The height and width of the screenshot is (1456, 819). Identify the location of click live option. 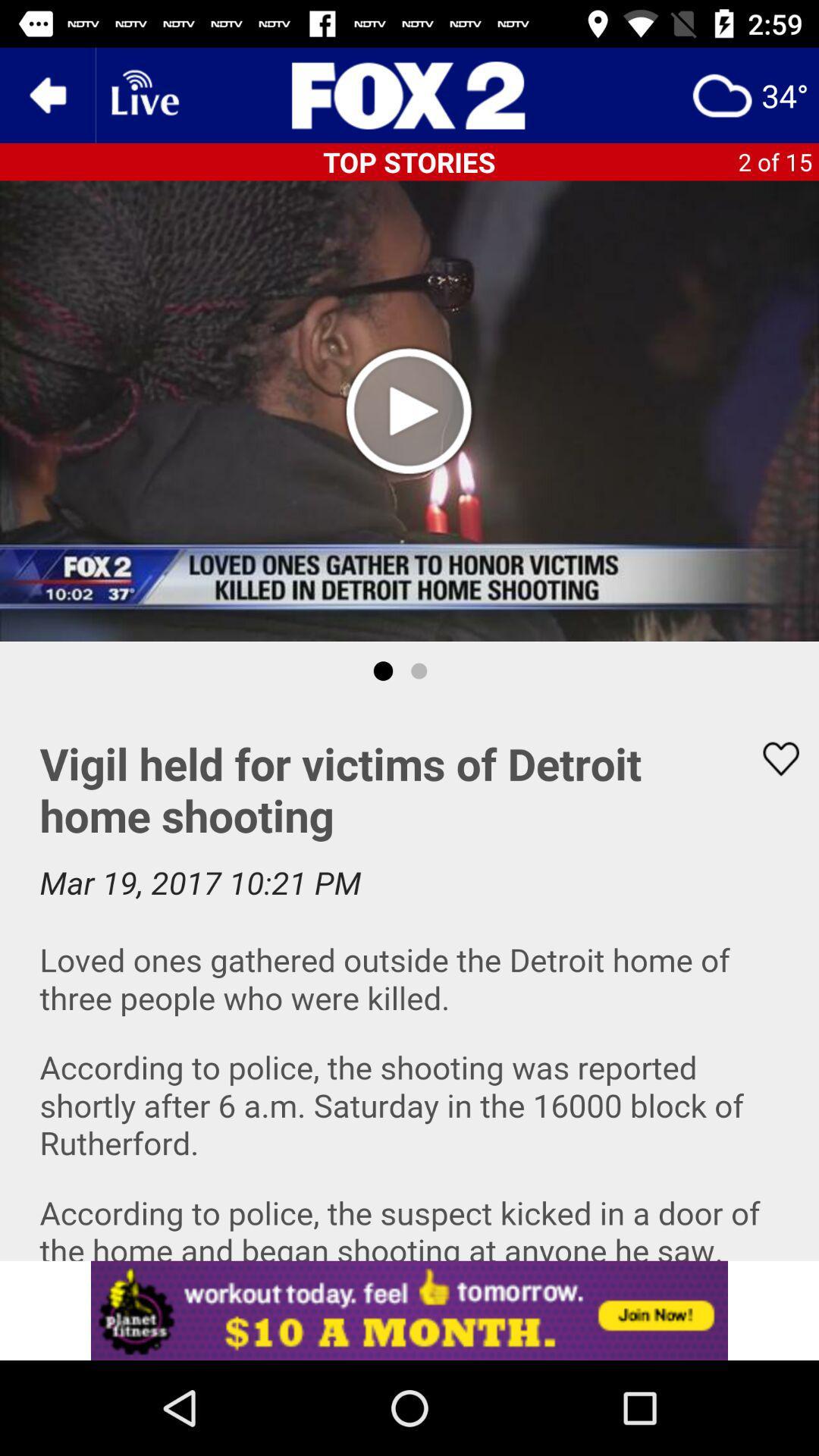
(143, 94).